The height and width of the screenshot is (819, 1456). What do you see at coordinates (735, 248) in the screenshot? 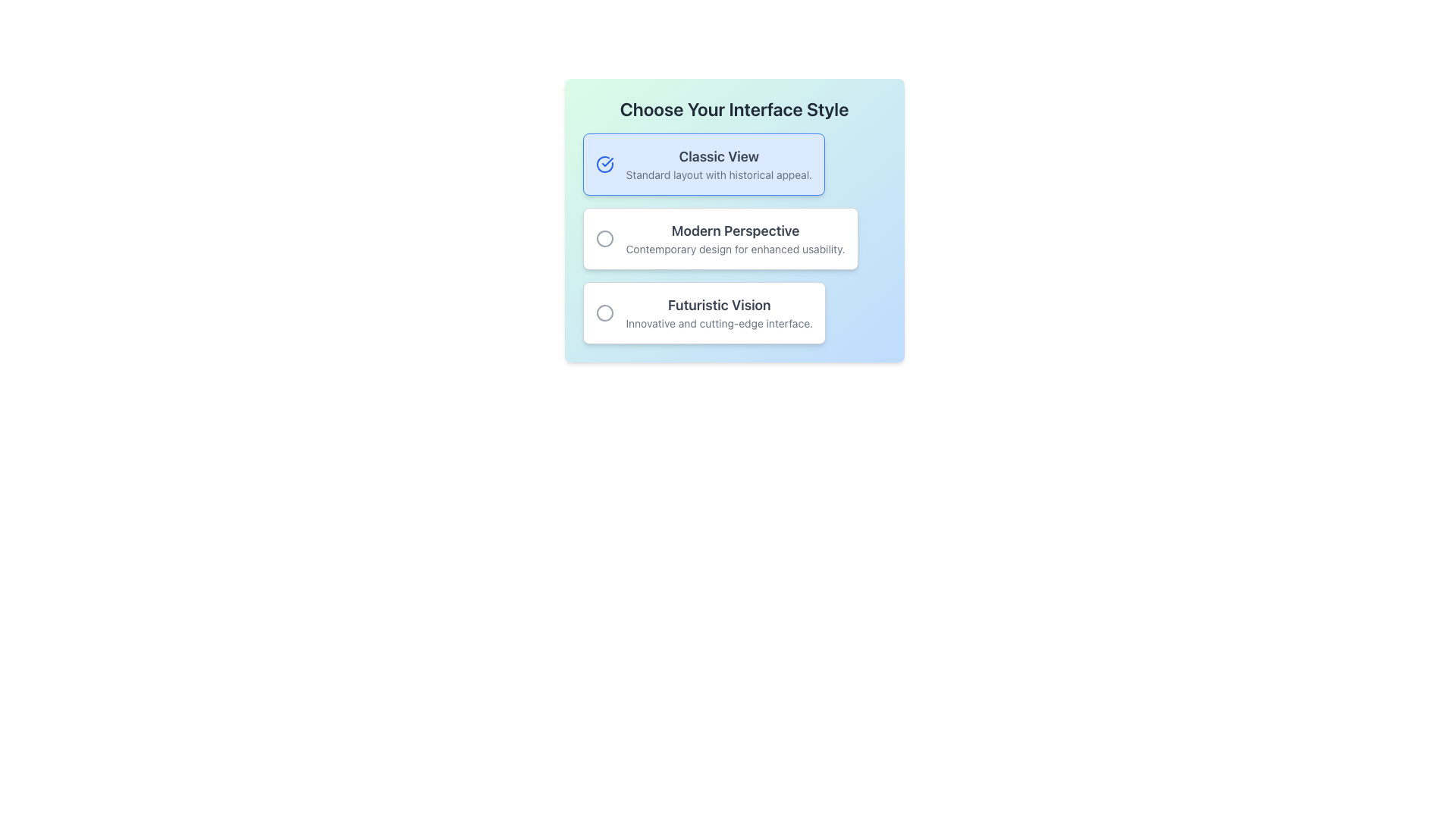
I see `the text label that provides a supplementary description for the 'Modern Perspective' heading, located directly beneath it as the second line of text` at bounding box center [735, 248].